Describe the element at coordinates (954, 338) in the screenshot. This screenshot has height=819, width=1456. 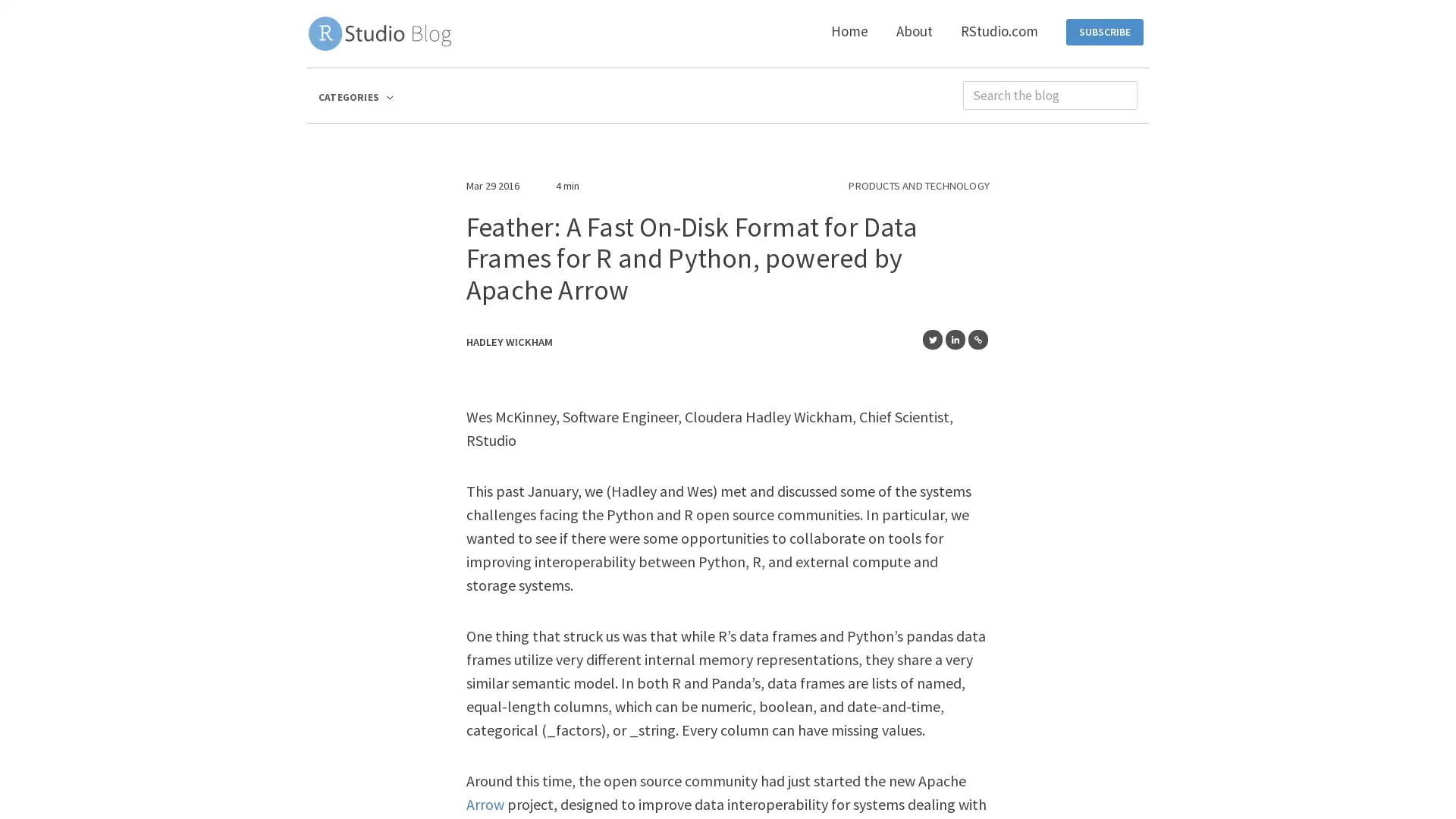
I see `Share to LinkedIn` at that location.